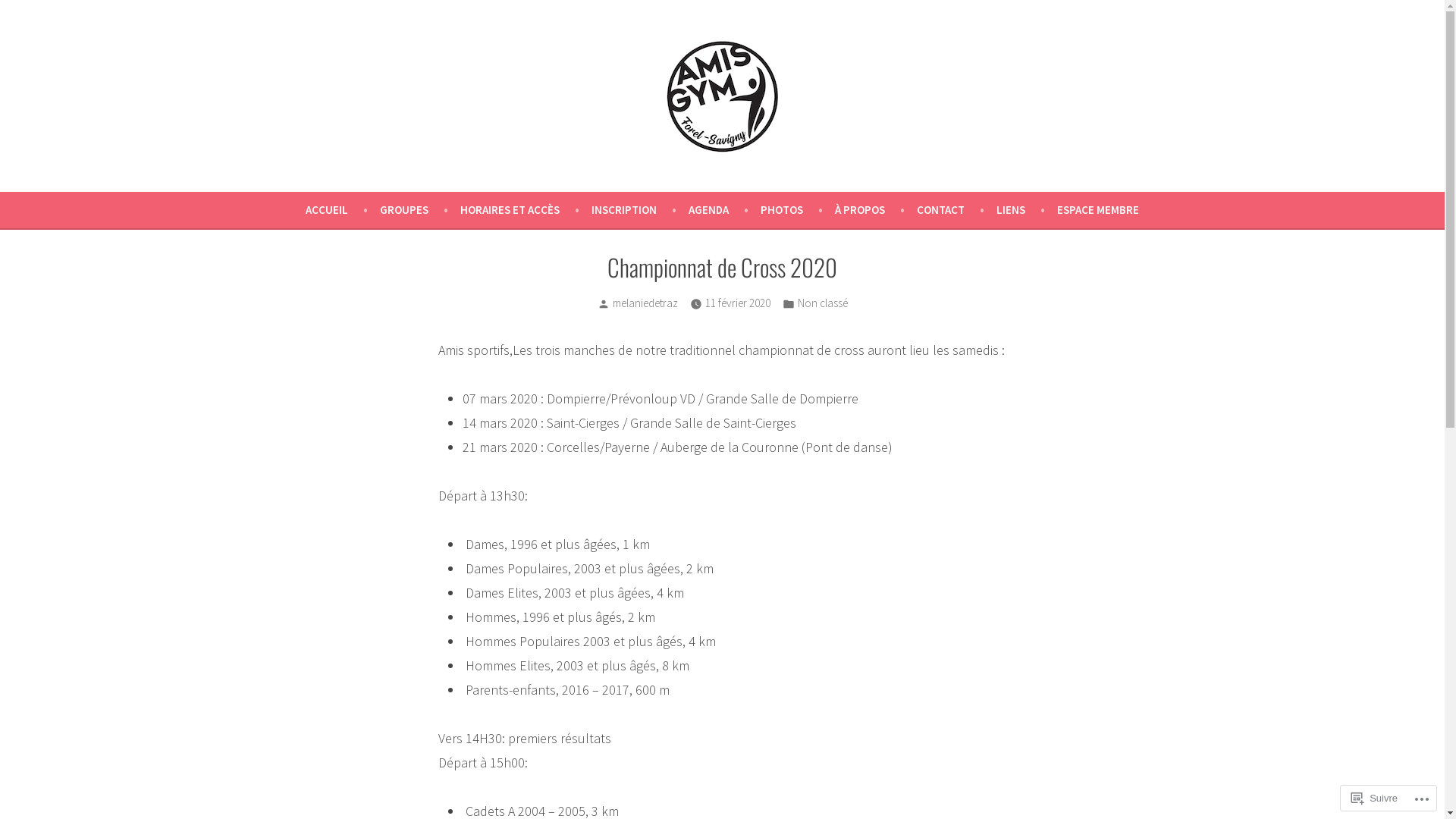 The width and height of the screenshot is (1456, 819). I want to click on 'ESPACE MEMBRE', so click(1056, 210).